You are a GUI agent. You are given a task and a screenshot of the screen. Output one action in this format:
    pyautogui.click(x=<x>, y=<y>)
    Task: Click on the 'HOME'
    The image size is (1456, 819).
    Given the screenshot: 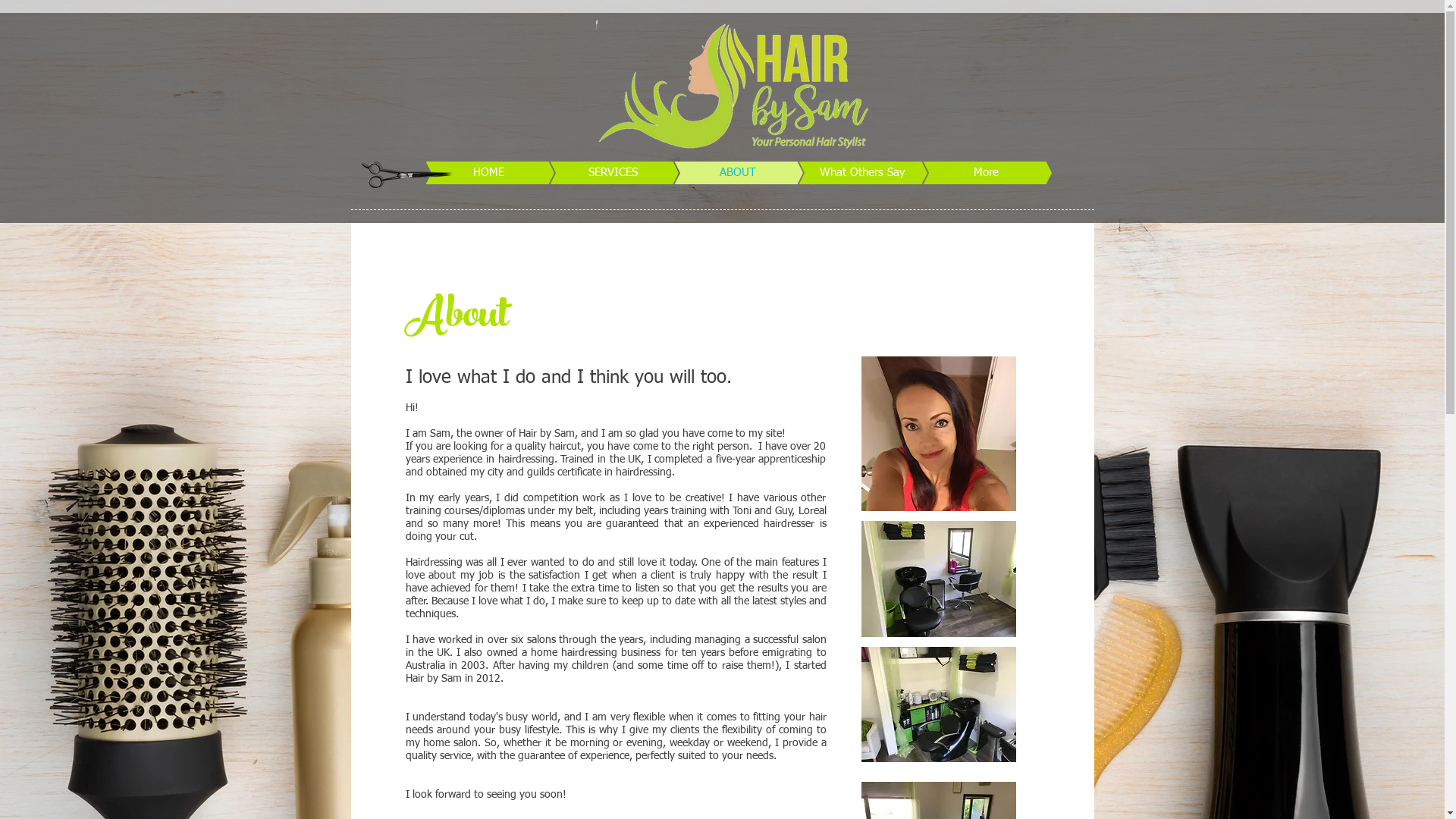 What is the action you would take?
    pyautogui.click(x=465, y=171)
    